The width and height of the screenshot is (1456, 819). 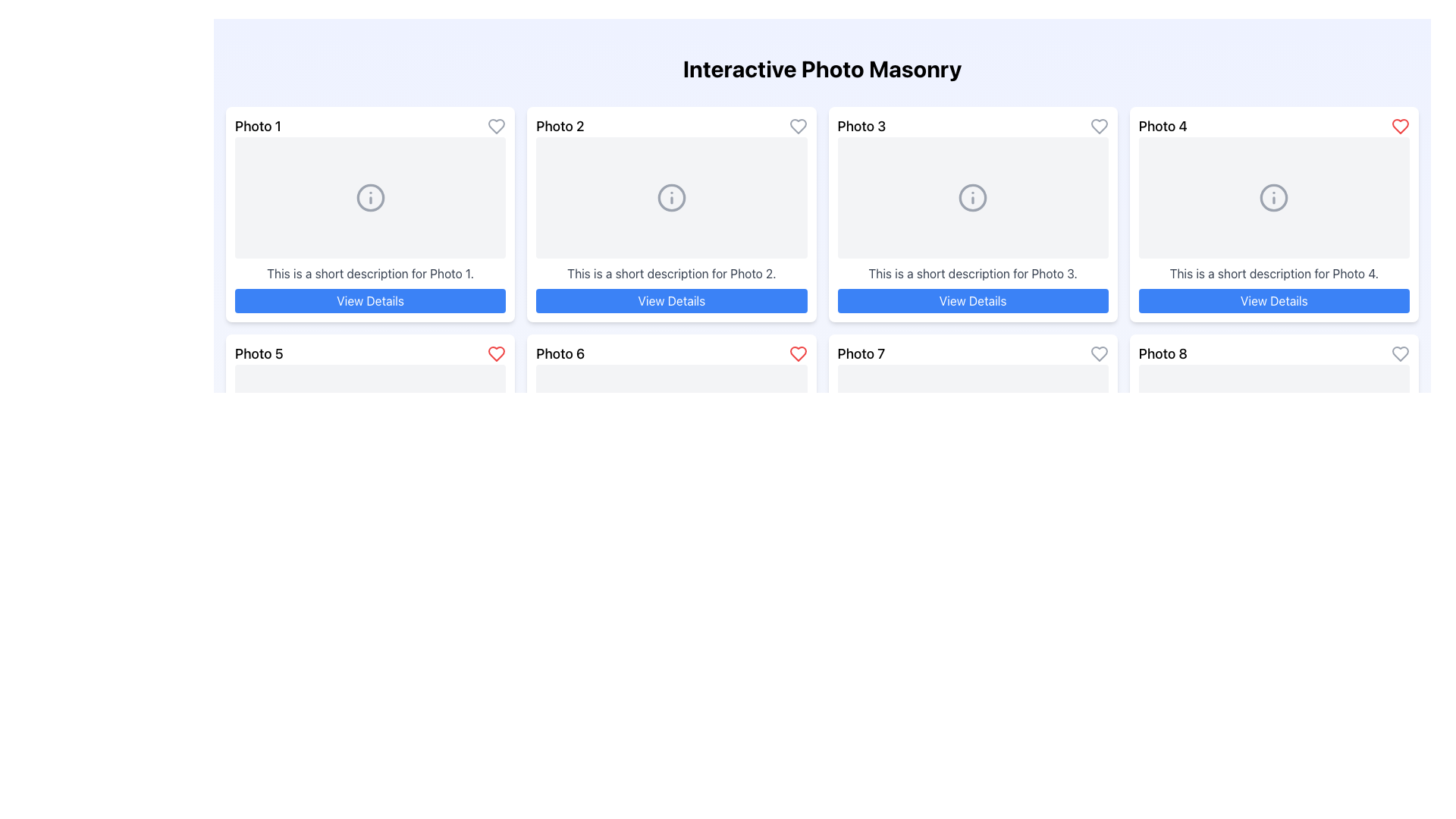 What do you see at coordinates (370, 301) in the screenshot?
I see `the button labeled 'View Details' associated with 'Photo 1'` at bounding box center [370, 301].